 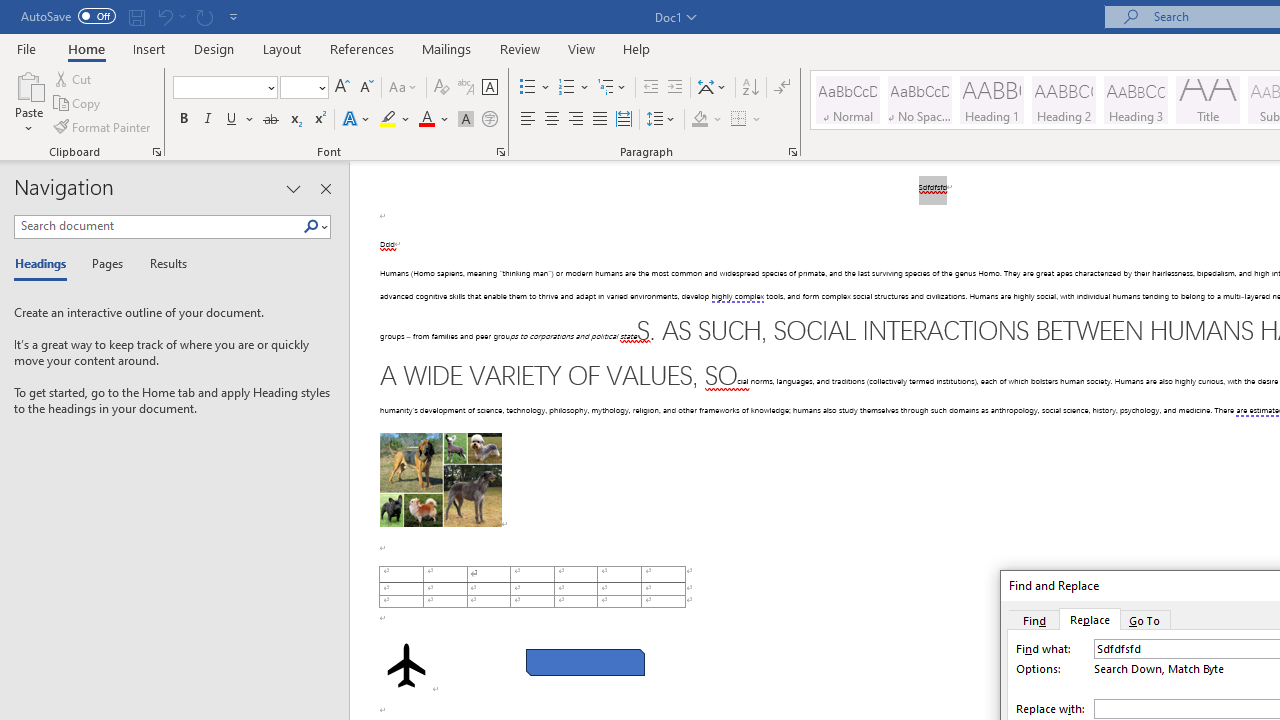 I want to click on 'Font...', so click(x=501, y=150).